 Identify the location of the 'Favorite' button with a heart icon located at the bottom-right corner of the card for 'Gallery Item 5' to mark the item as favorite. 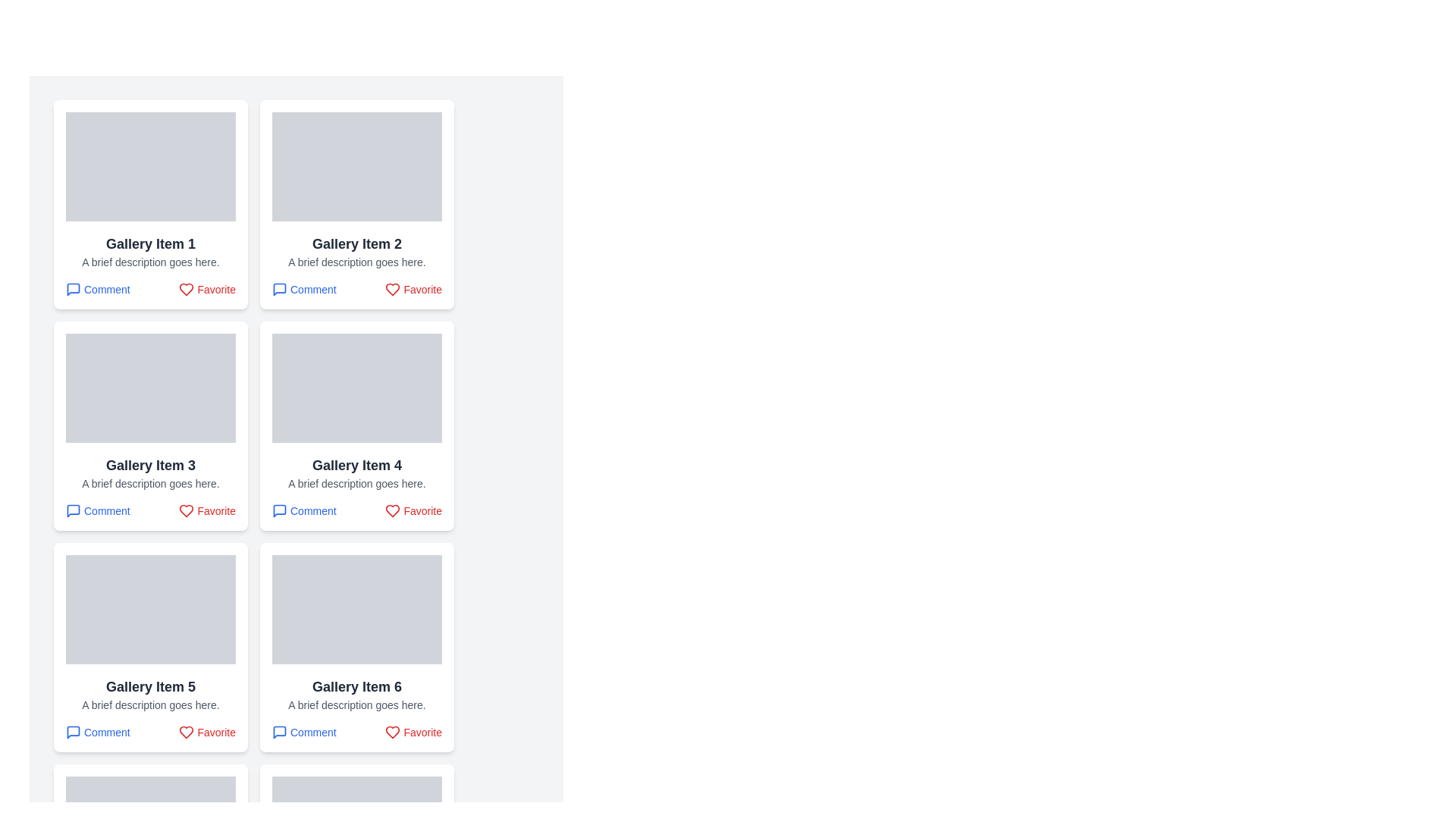
(206, 731).